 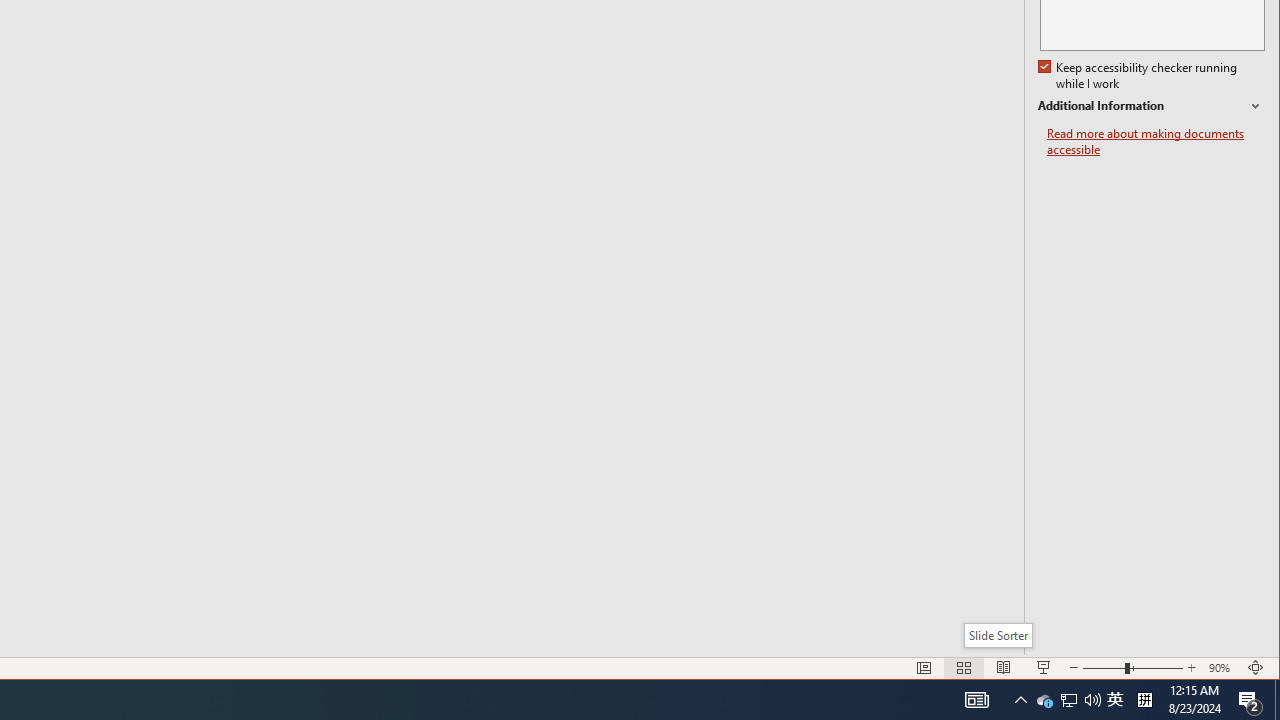 I want to click on 'Tray Input Indicator - Chinese (Simplified, China)', so click(x=1114, y=698).